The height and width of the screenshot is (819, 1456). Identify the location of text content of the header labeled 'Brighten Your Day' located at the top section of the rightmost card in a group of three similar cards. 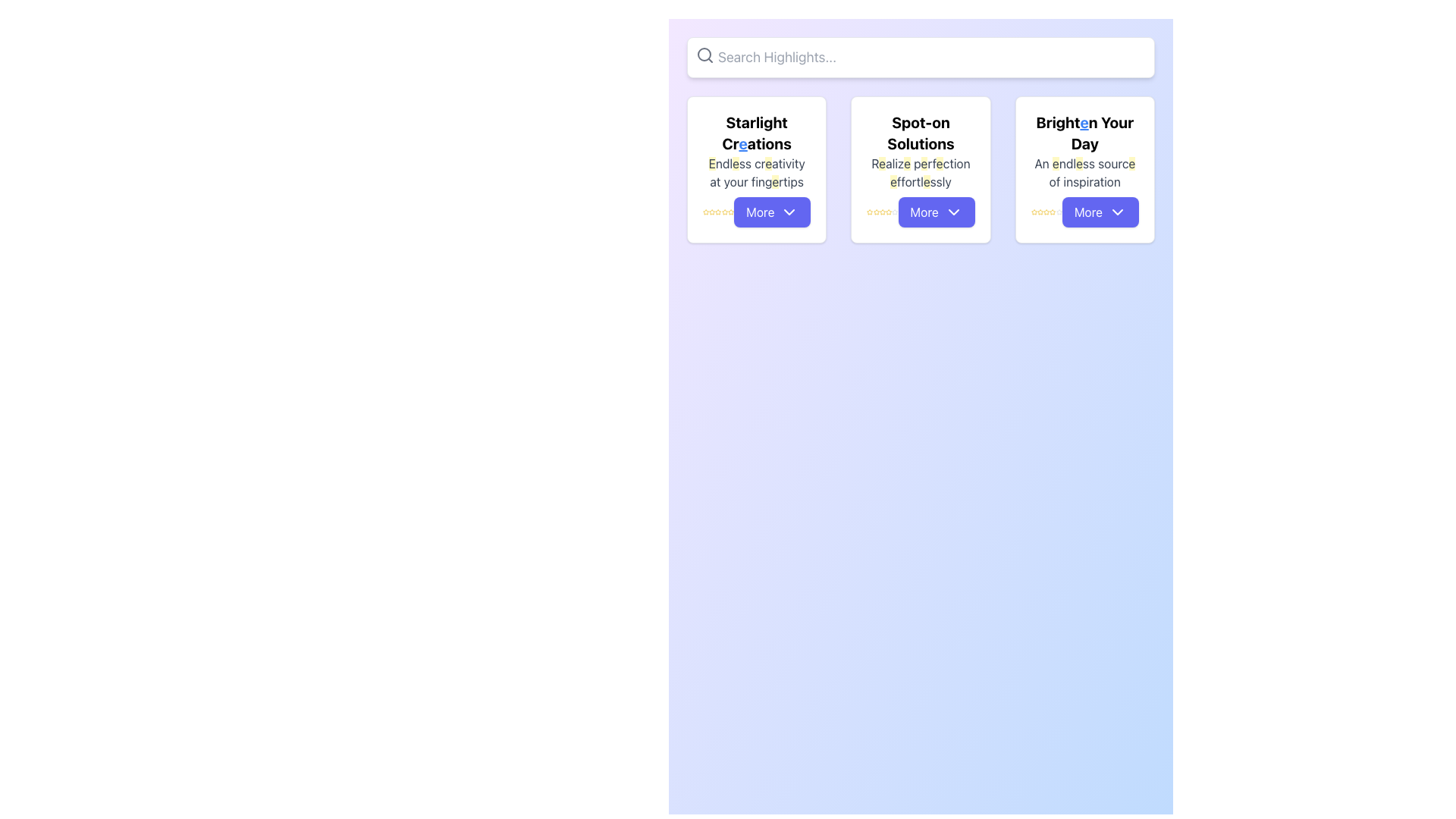
(1084, 152).